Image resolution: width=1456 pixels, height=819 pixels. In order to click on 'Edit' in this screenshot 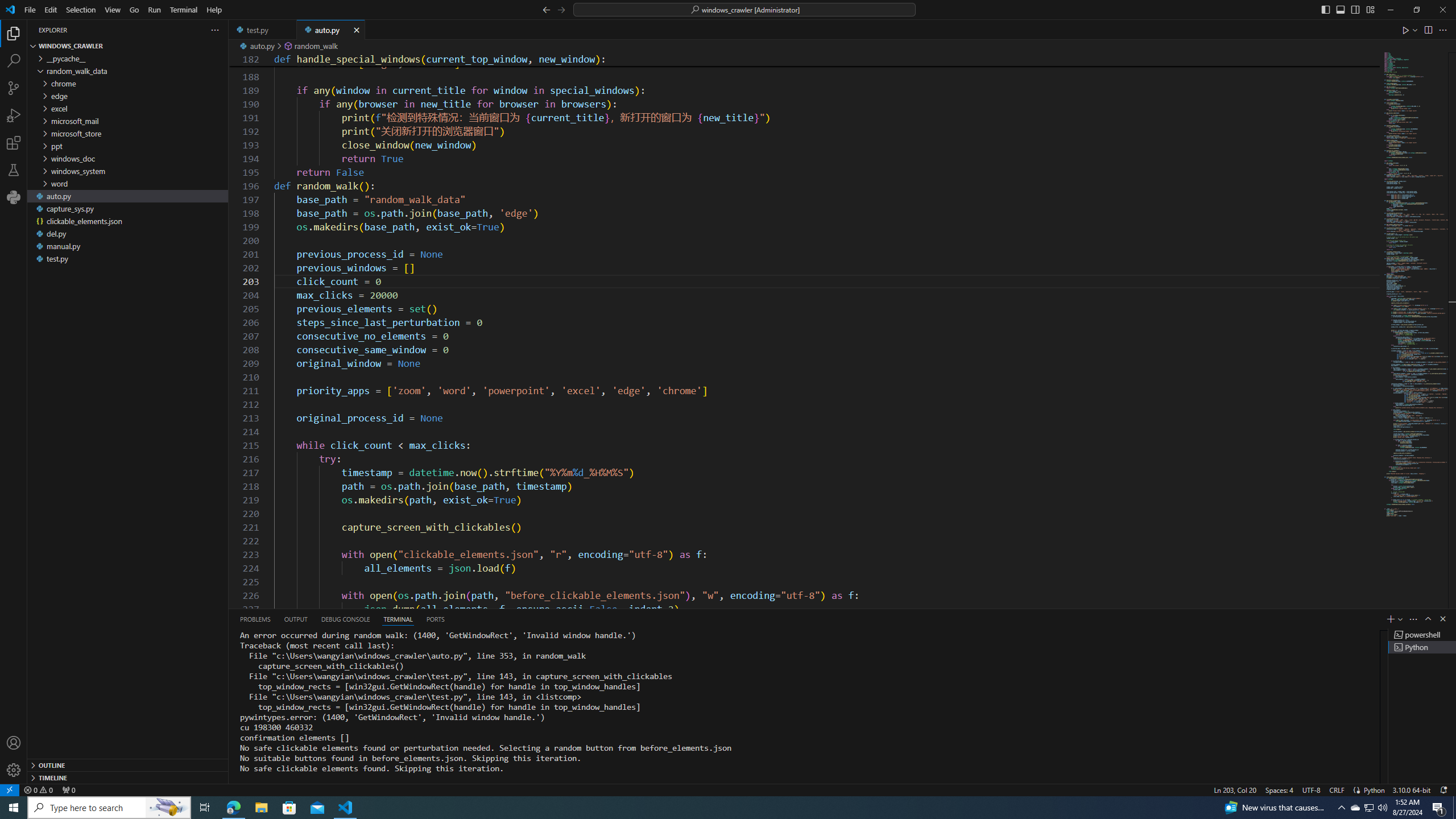, I will do `click(51, 9)`.